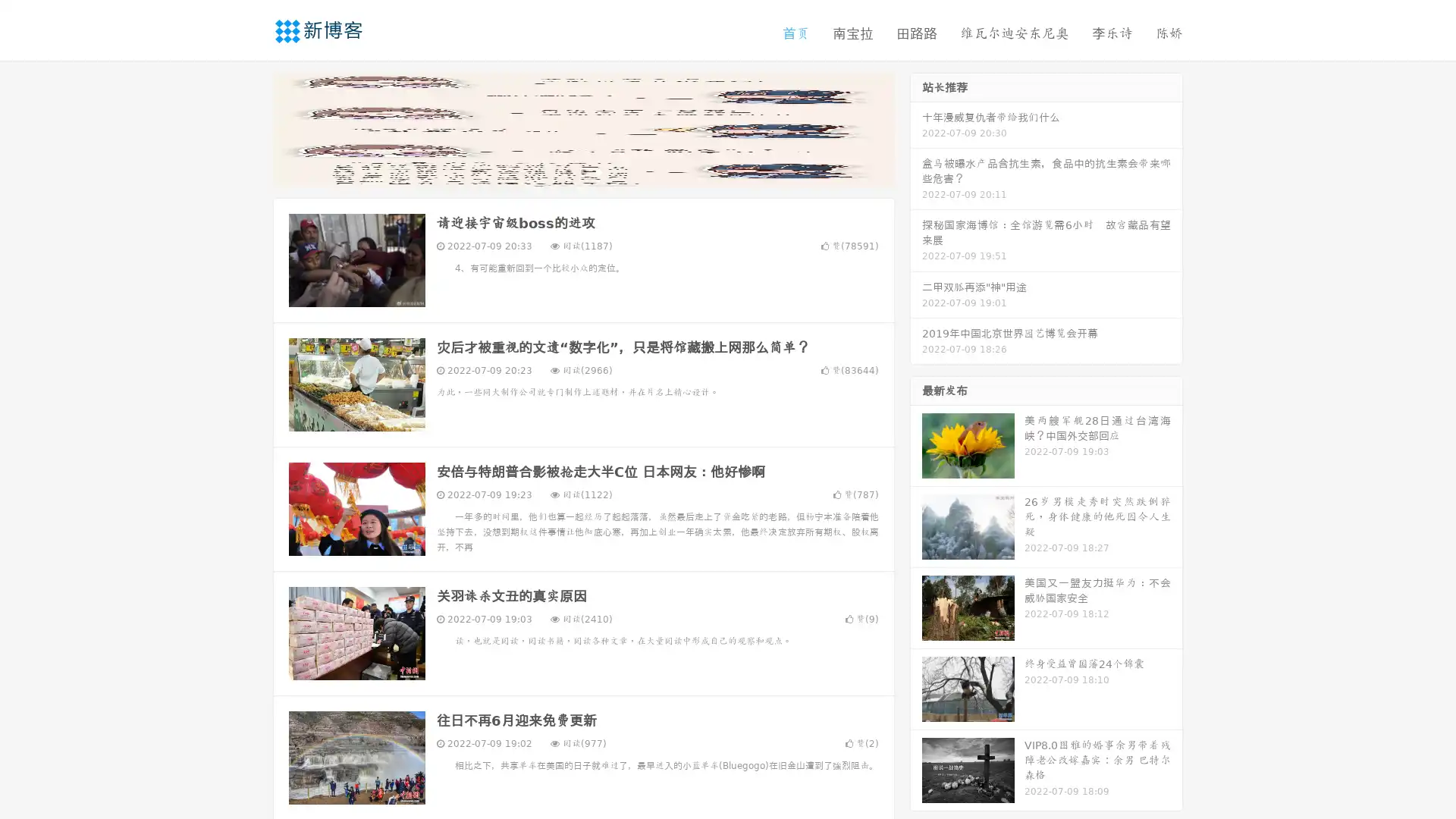 Image resolution: width=1456 pixels, height=819 pixels. I want to click on Go to slide 3, so click(598, 171).